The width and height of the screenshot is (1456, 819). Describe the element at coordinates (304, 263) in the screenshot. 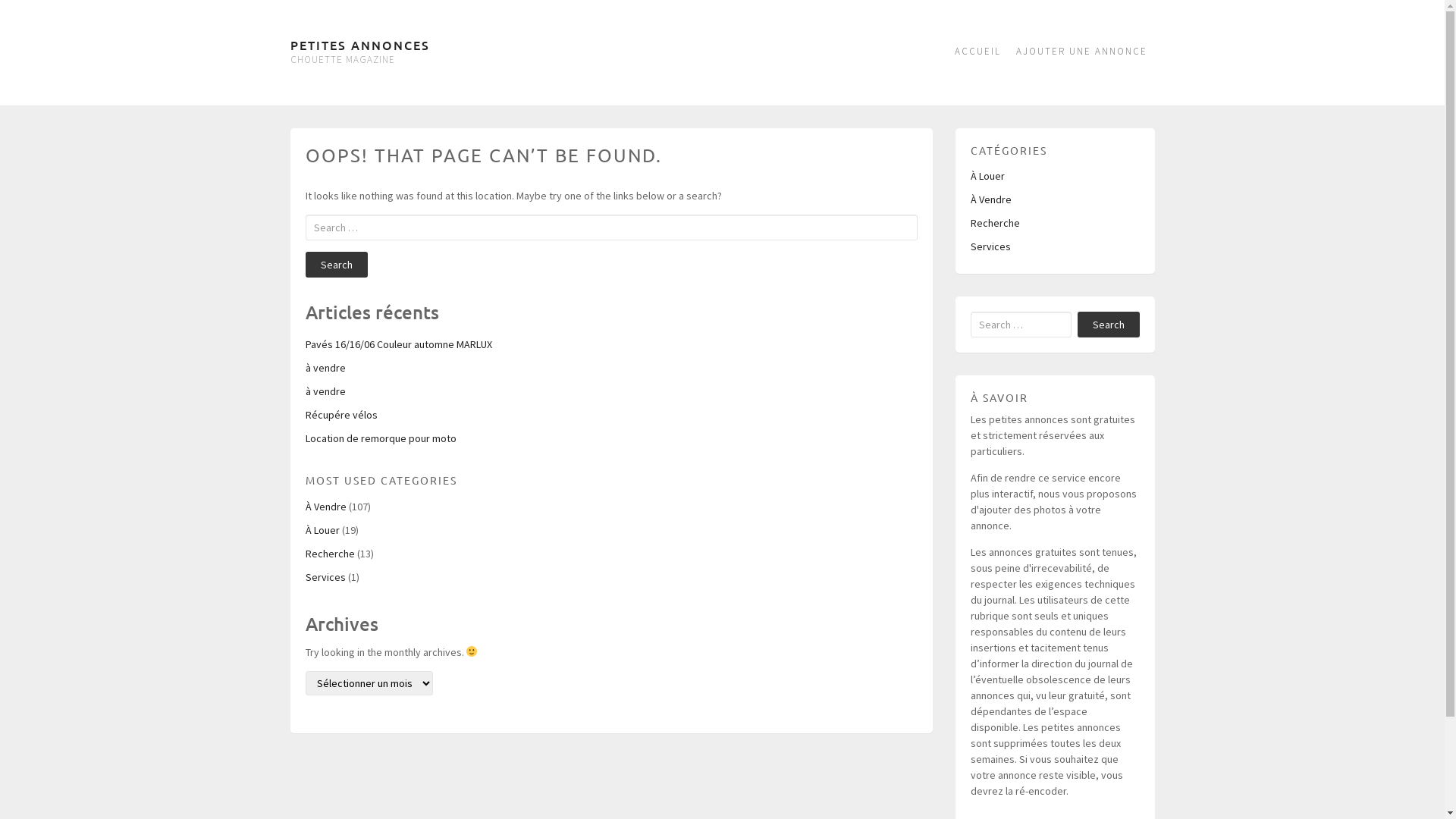

I see `'Search'` at that location.